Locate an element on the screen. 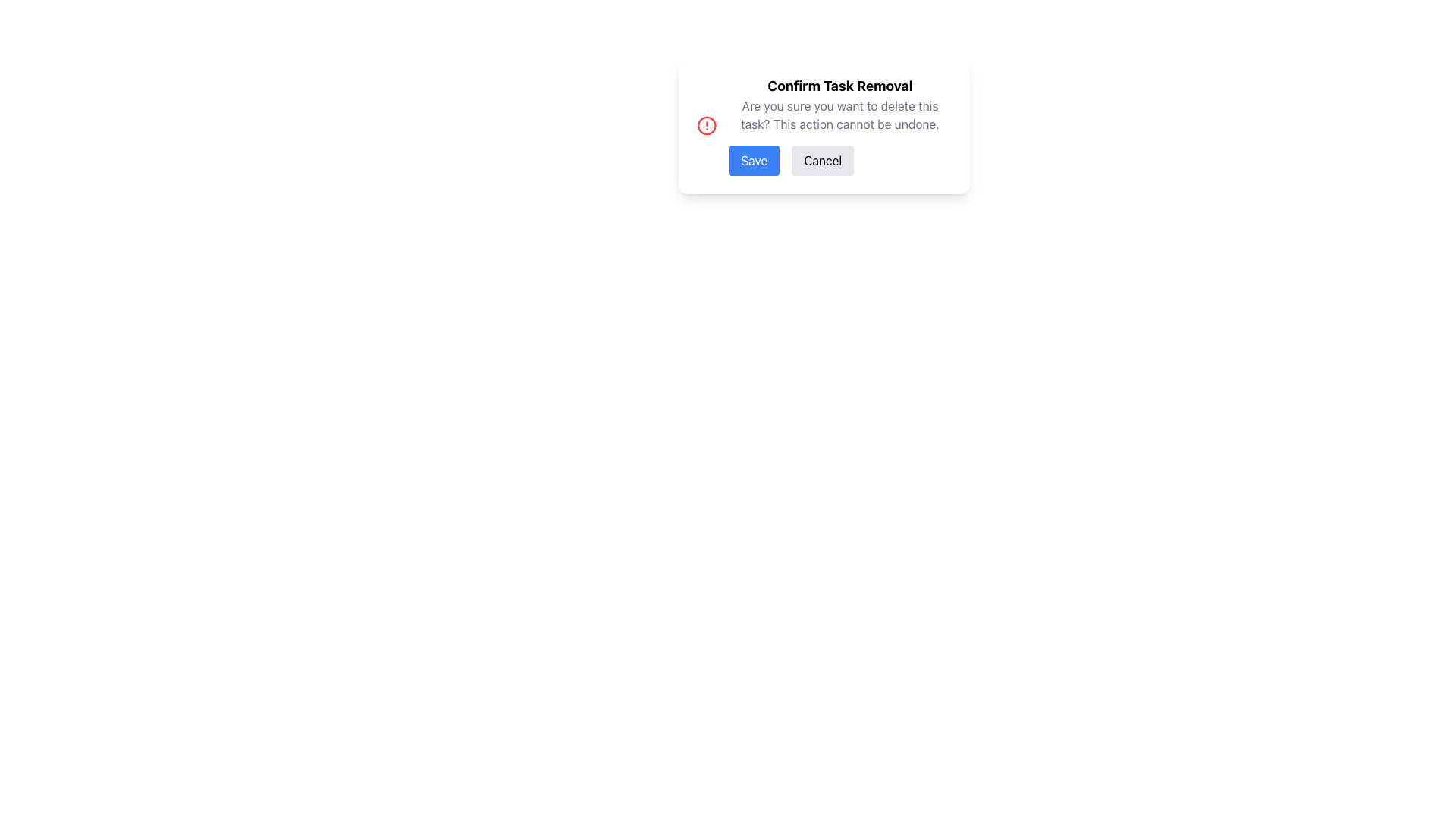 This screenshot has height=819, width=1456. the header text element labeled 'Confirm Task Removal' at the top of the confirmation dialog box is located at coordinates (839, 86).